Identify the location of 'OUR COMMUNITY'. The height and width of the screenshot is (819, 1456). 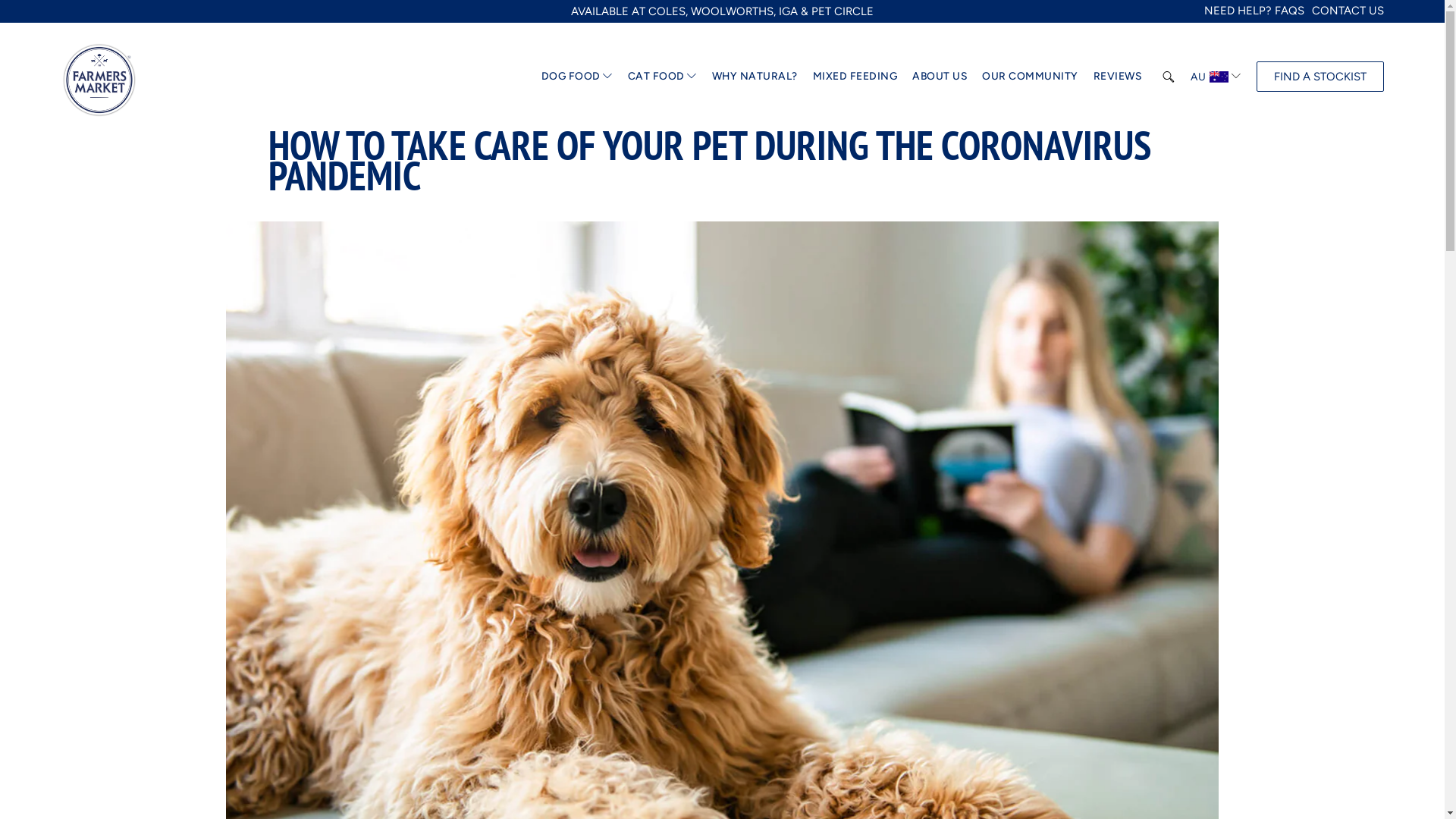
(1030, 76).